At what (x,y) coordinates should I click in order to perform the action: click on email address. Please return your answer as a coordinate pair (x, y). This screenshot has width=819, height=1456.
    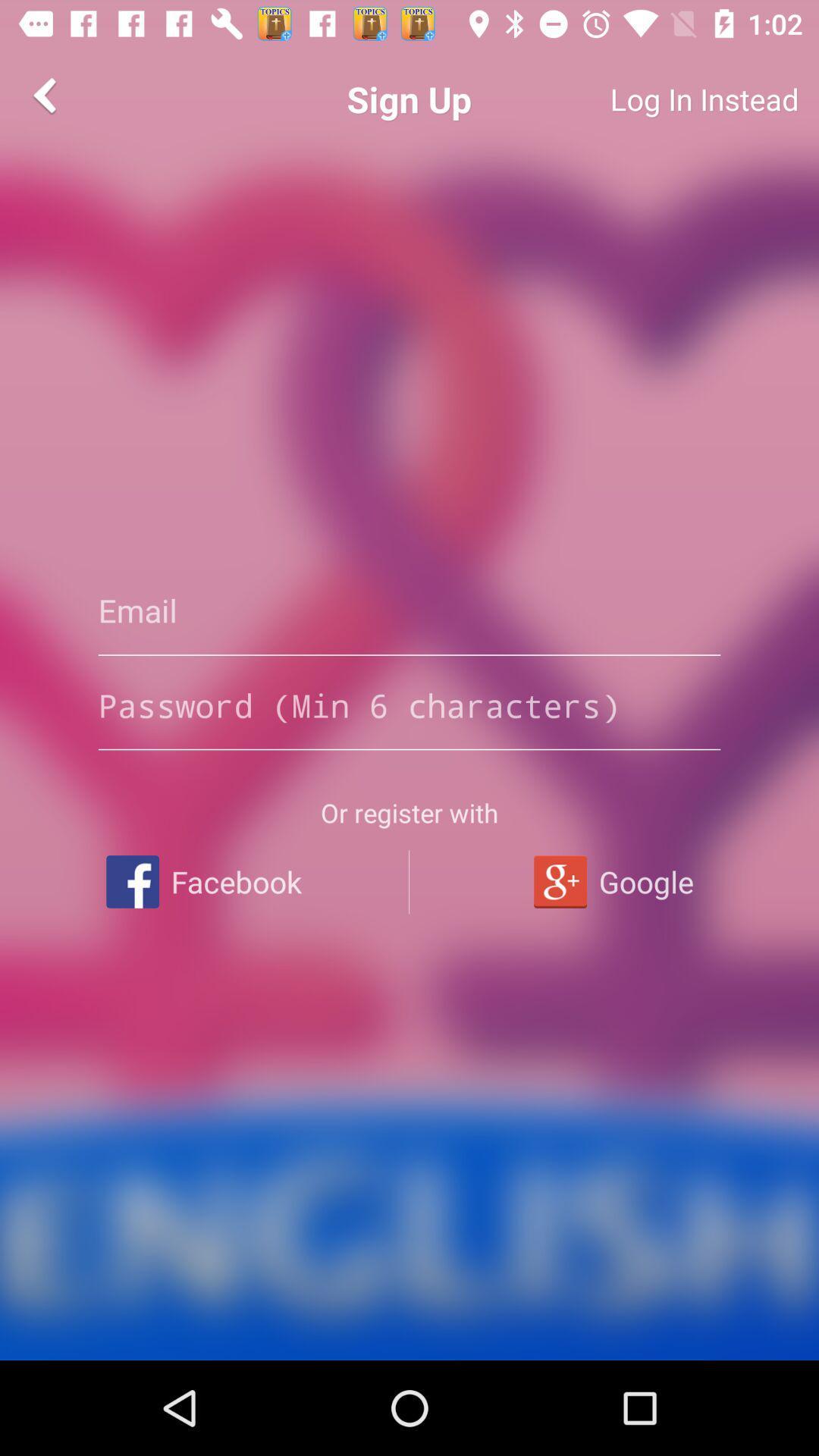
    Looking at the image, I should click on (409, 610).